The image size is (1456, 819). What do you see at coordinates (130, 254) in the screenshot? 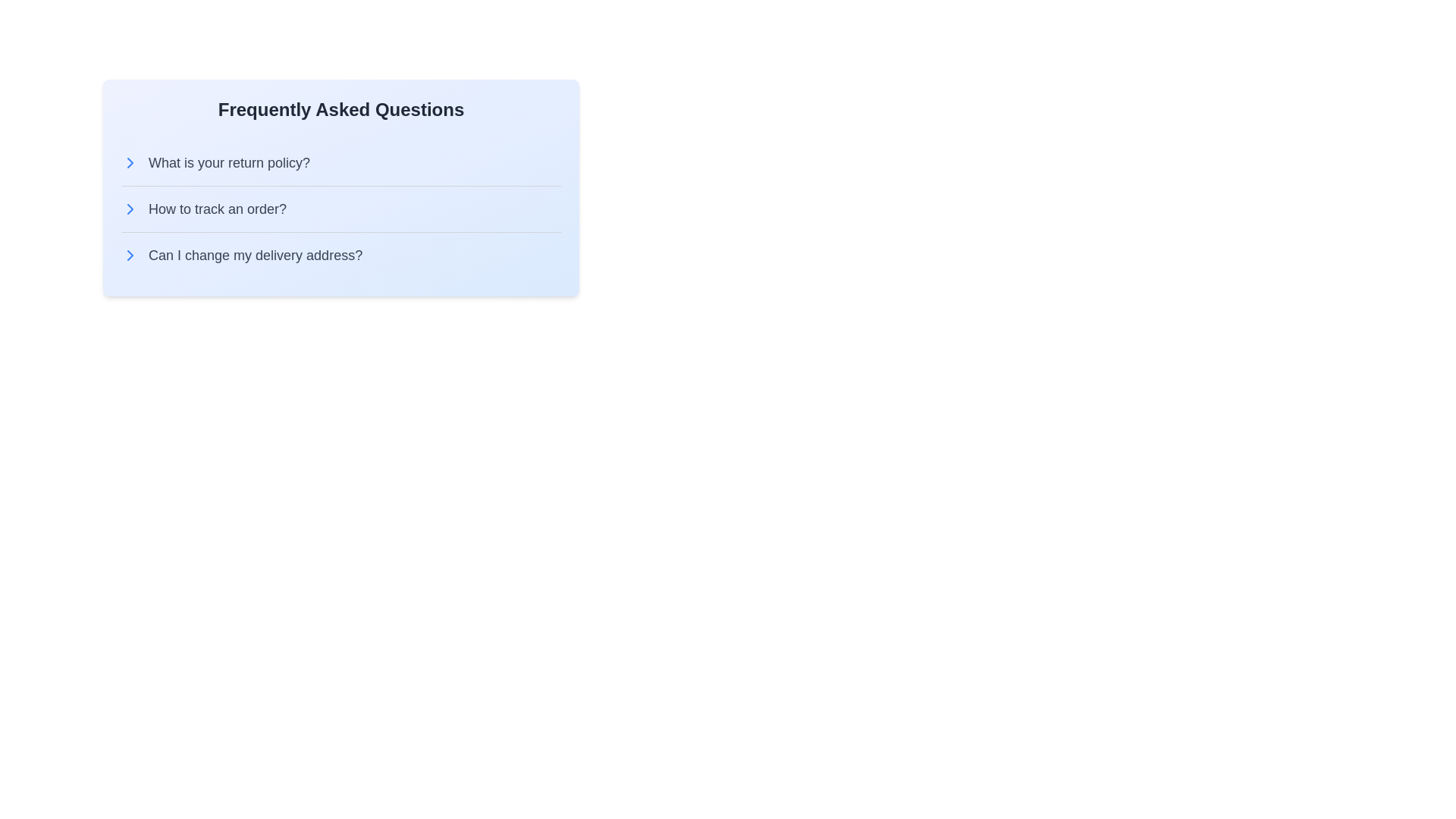
I see `the question text associated with the right-pointing arrow icon, which is the third item in the list labeled 'Can I change my delivery address?'` at bounding box center [130, 254].